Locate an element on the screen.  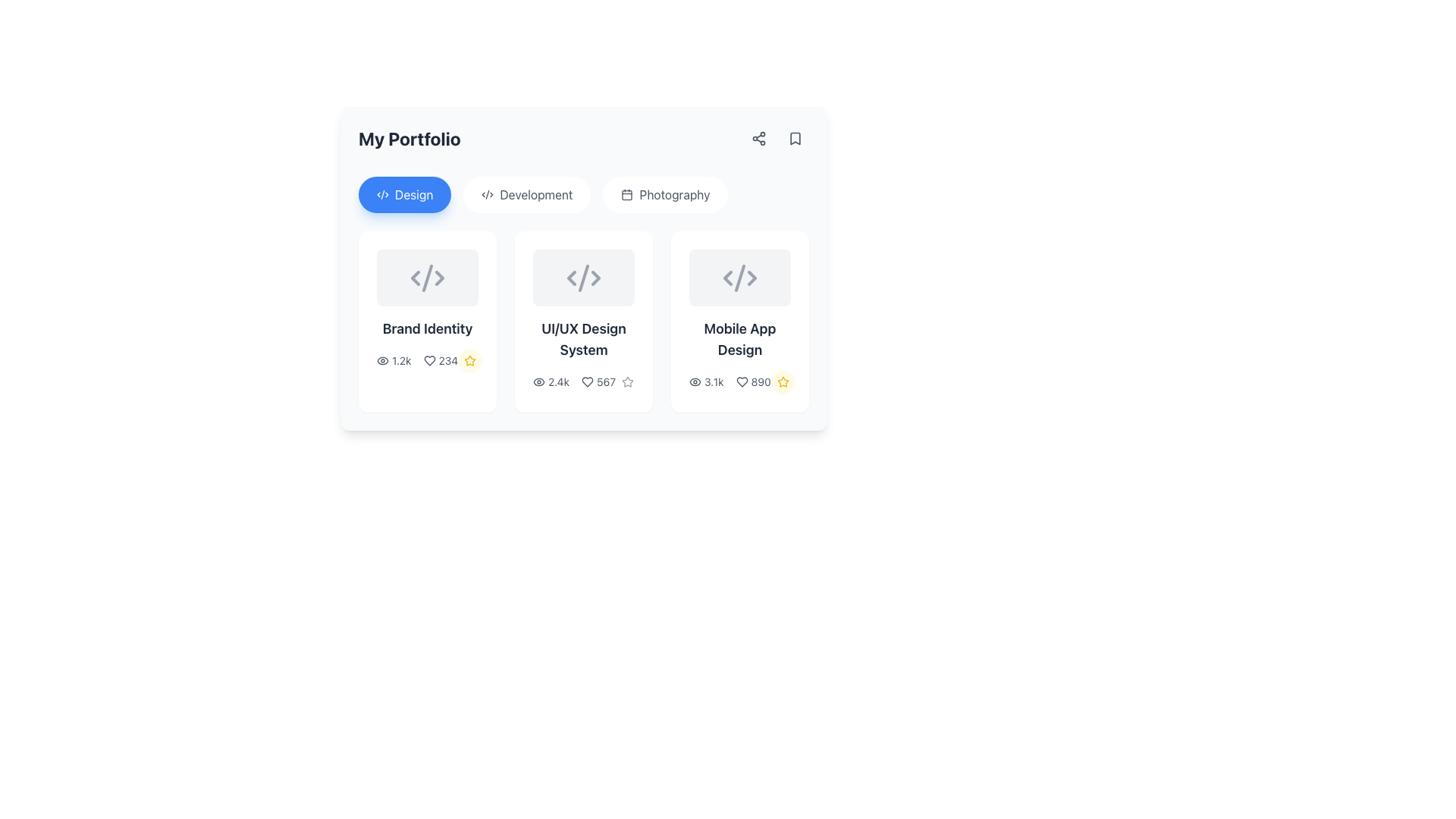
text label '1.2k' associated with the eye icon in the first grouping of the 'Brand Identity' panel is located at coordinates (394, 361).